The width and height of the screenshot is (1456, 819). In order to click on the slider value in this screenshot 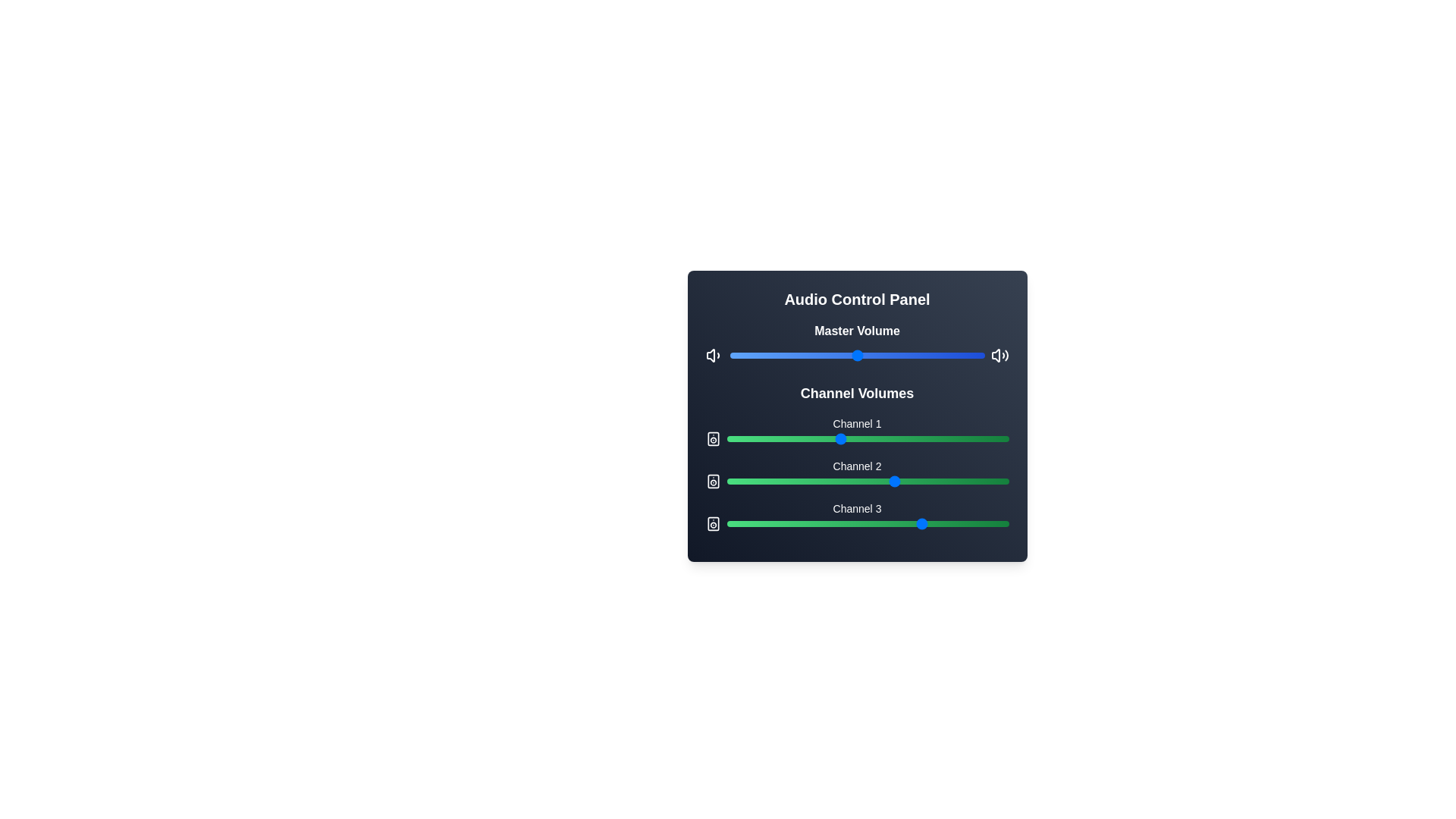, I will do `click(882, 438)`.